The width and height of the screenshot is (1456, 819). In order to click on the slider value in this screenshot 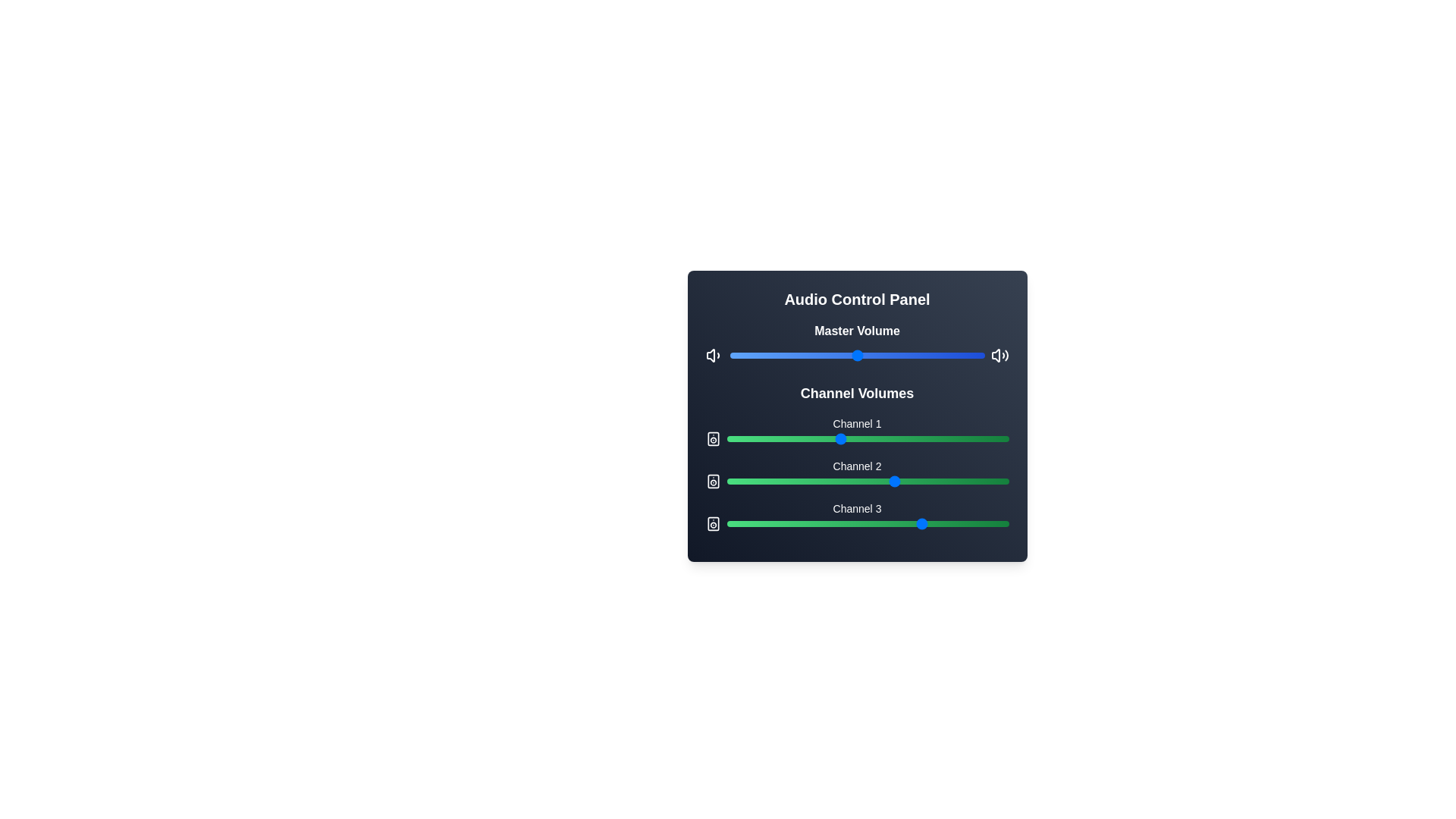, I will do `click(882, 438)`.